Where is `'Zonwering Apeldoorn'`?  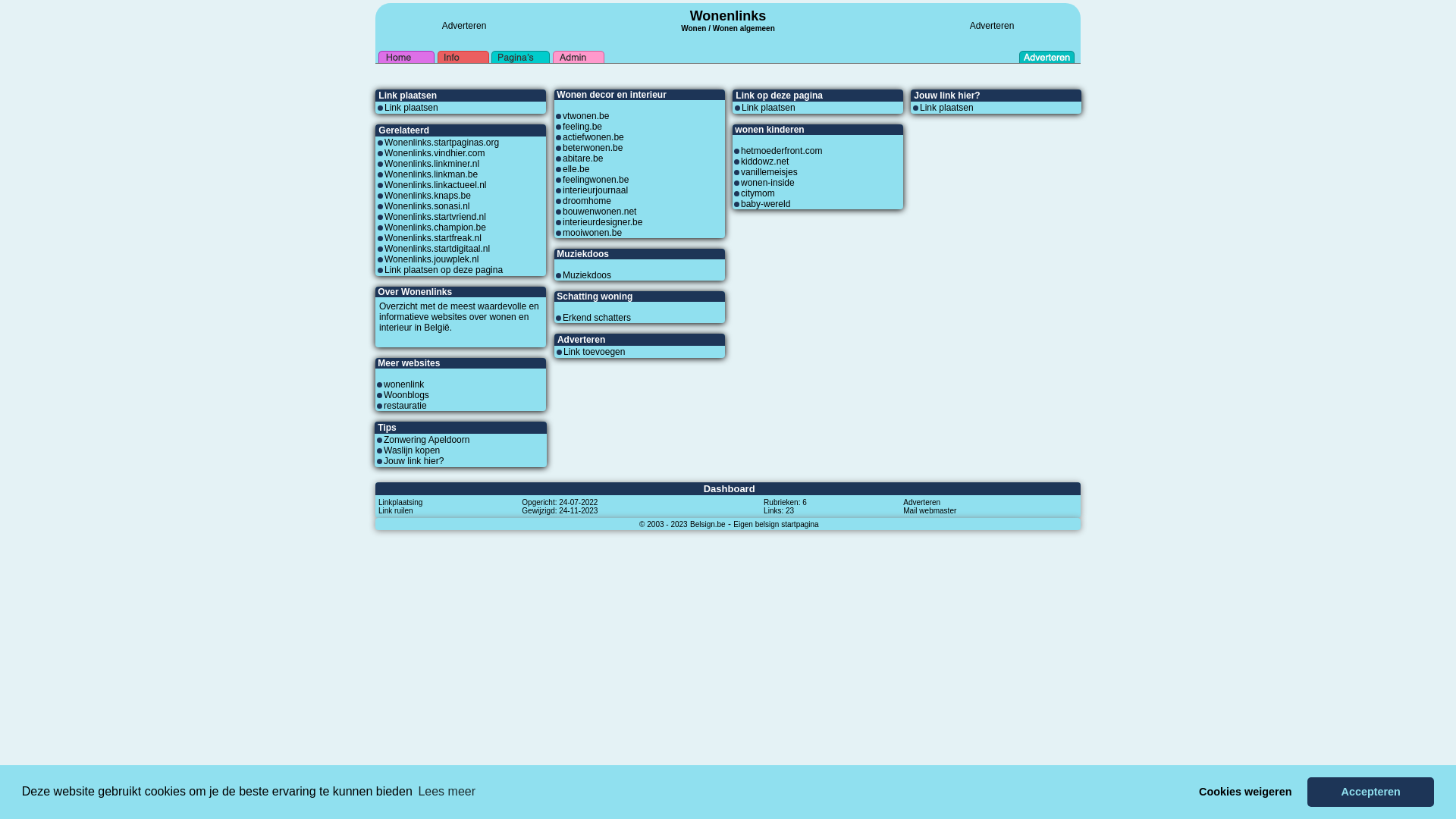
'Zonwering Apeldoorn' is located at coordinates (383, 439).